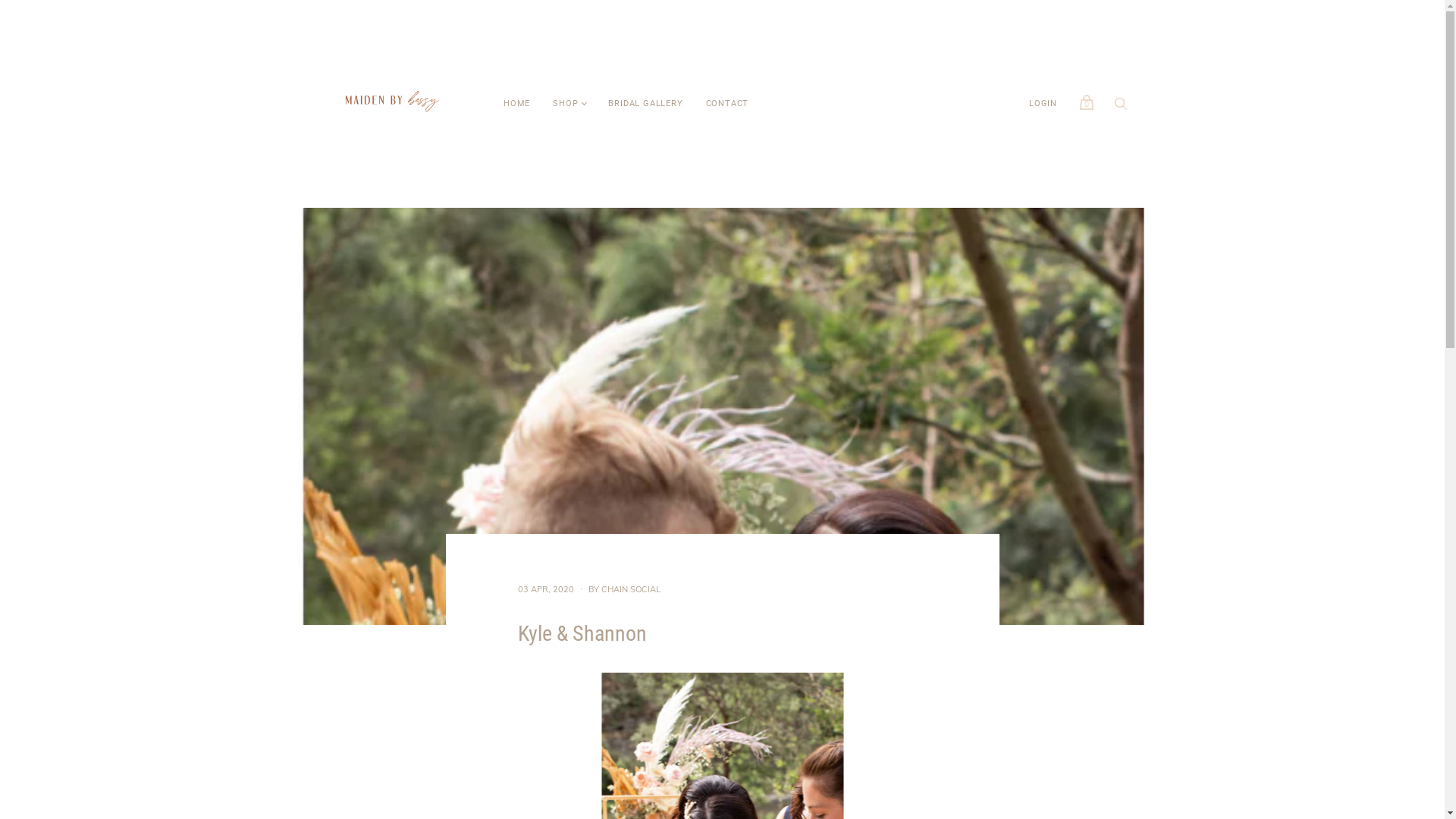 This screenshot has height=819, width=1456. Describe the element at coordinates (564, 103) in the screenshot. I see `'SHOP'` at that location.